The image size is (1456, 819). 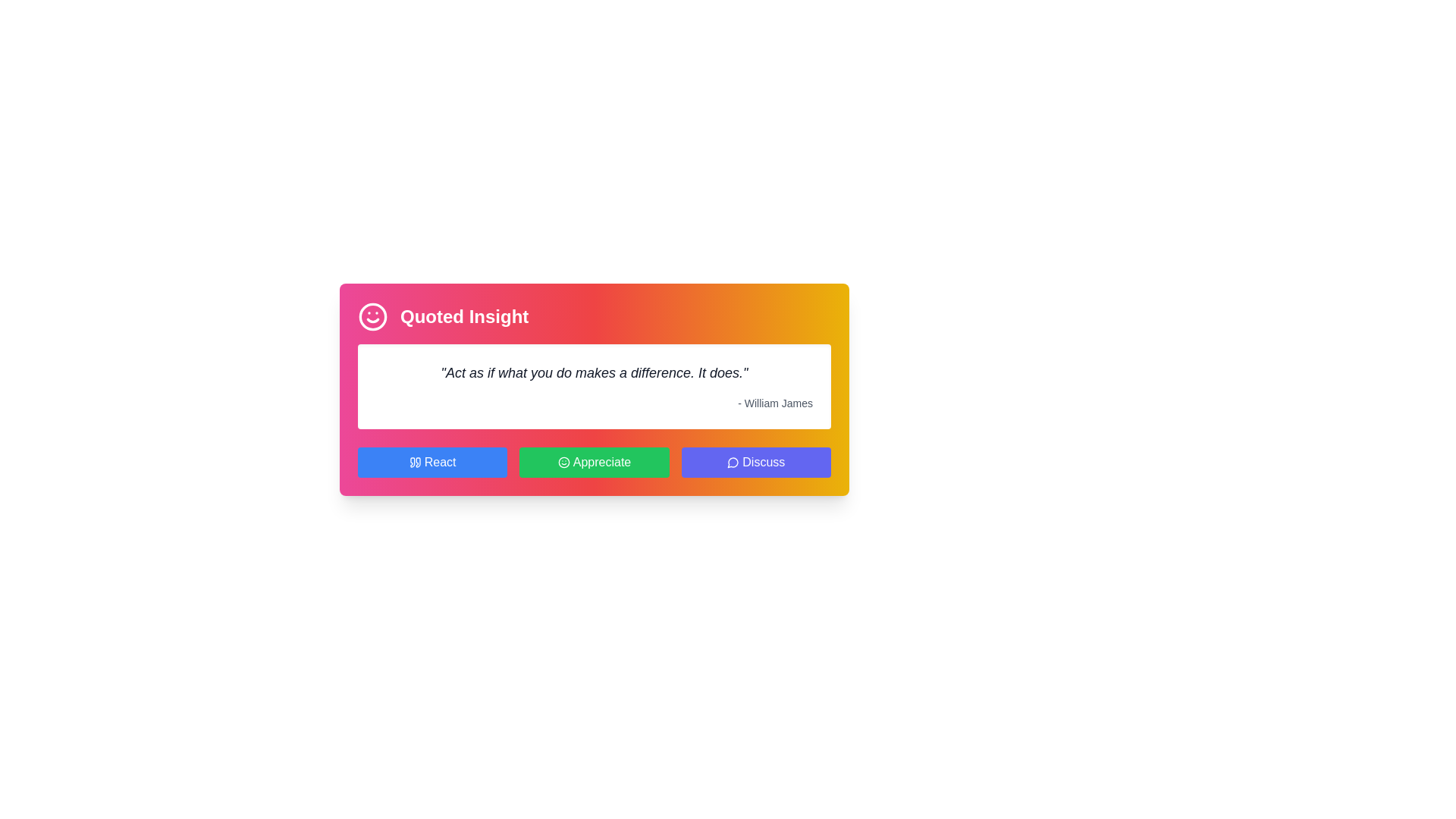 What do you see at coordinates (593, 461) in the screenshot?
I see `the 'Appreciate' button, which is the middle button in a row of three buttons positioned below a motivational quote box` at bounding box center [593, 461].